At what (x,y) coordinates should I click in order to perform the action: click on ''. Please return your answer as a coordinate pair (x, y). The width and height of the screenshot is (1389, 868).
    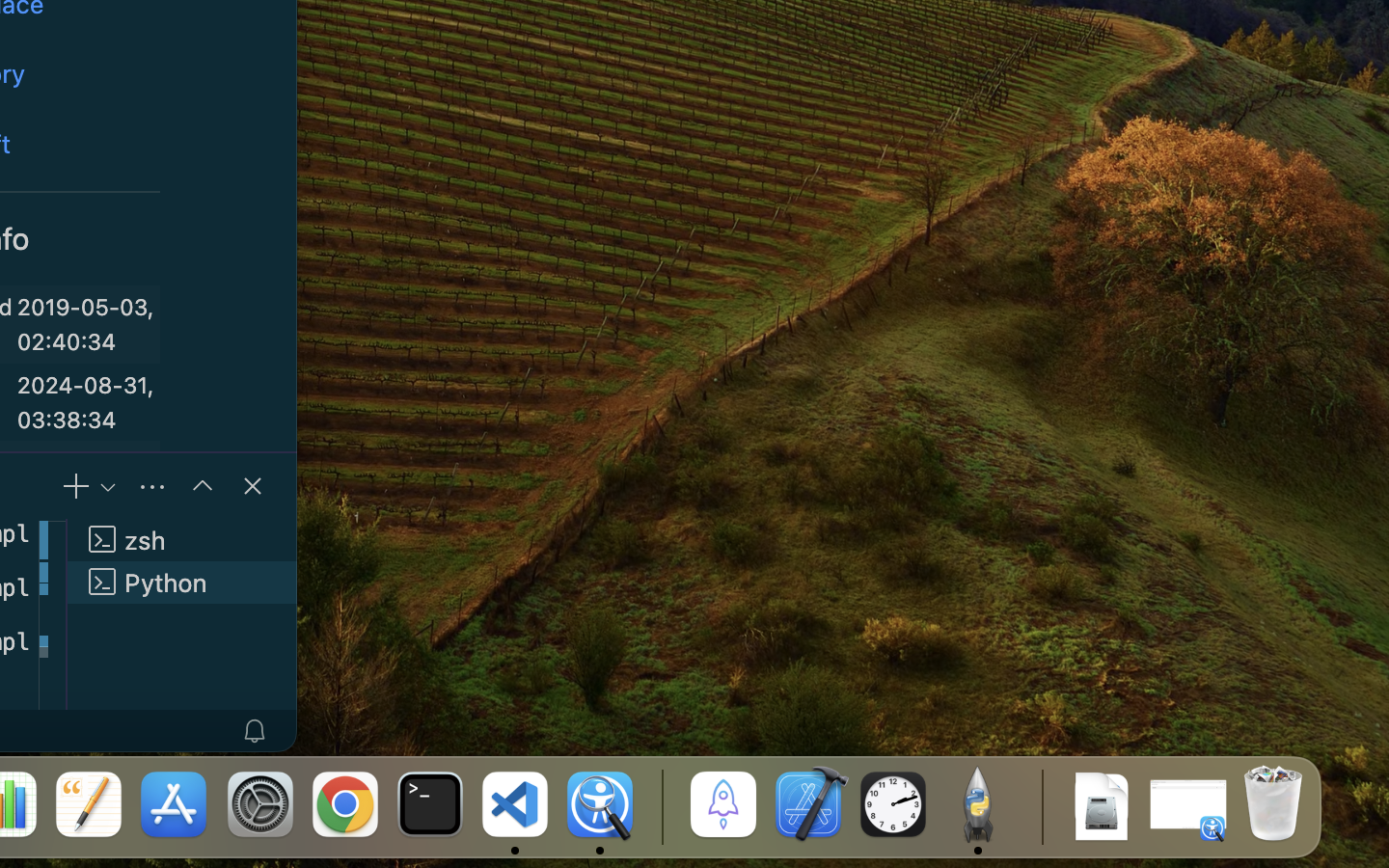
    Looking at the image, I should click on (251, 485).